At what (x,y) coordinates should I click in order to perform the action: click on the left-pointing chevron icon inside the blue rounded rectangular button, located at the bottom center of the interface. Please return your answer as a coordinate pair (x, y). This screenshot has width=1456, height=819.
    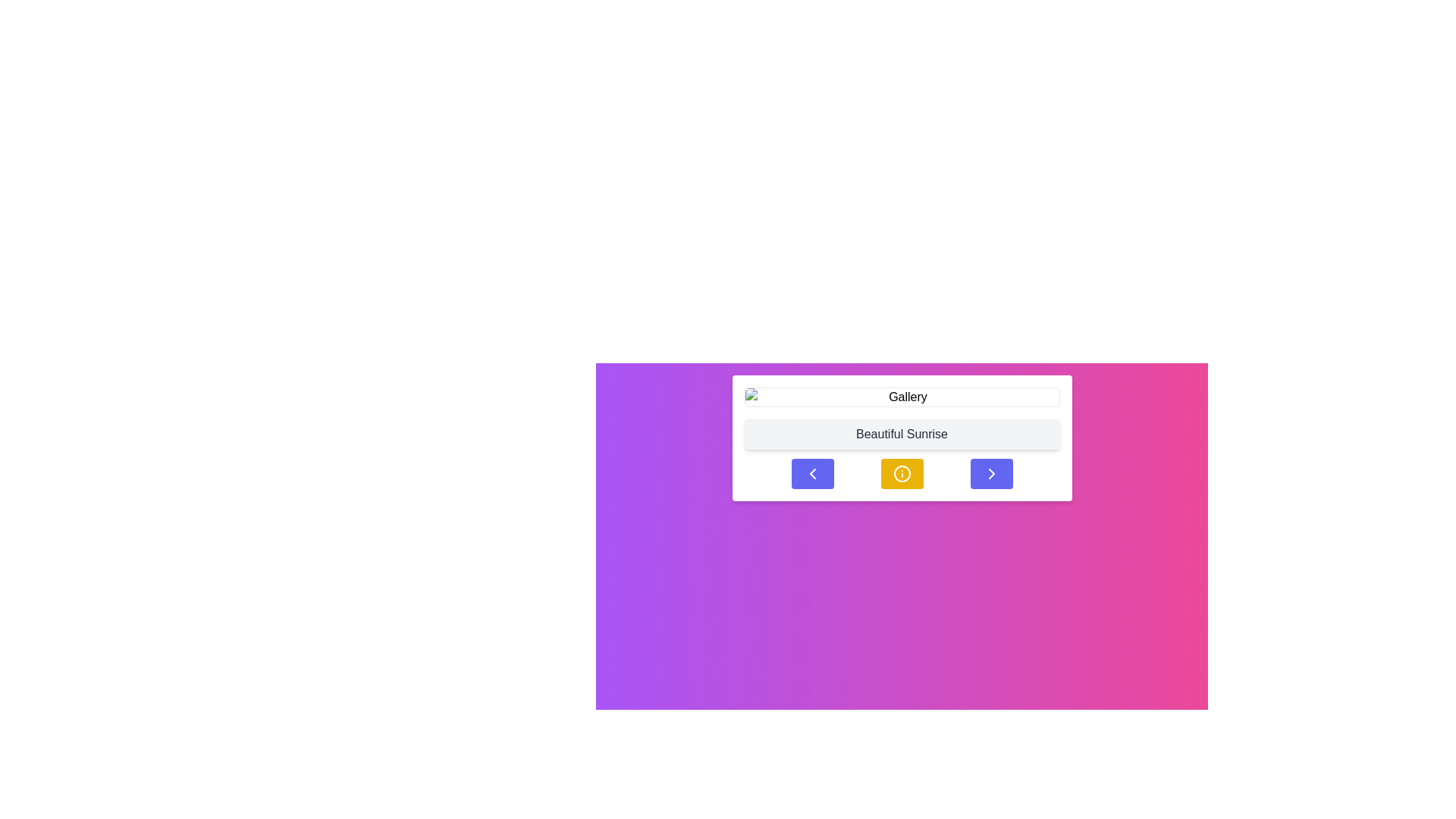
    Looking at the image, I should click on (811, 472).